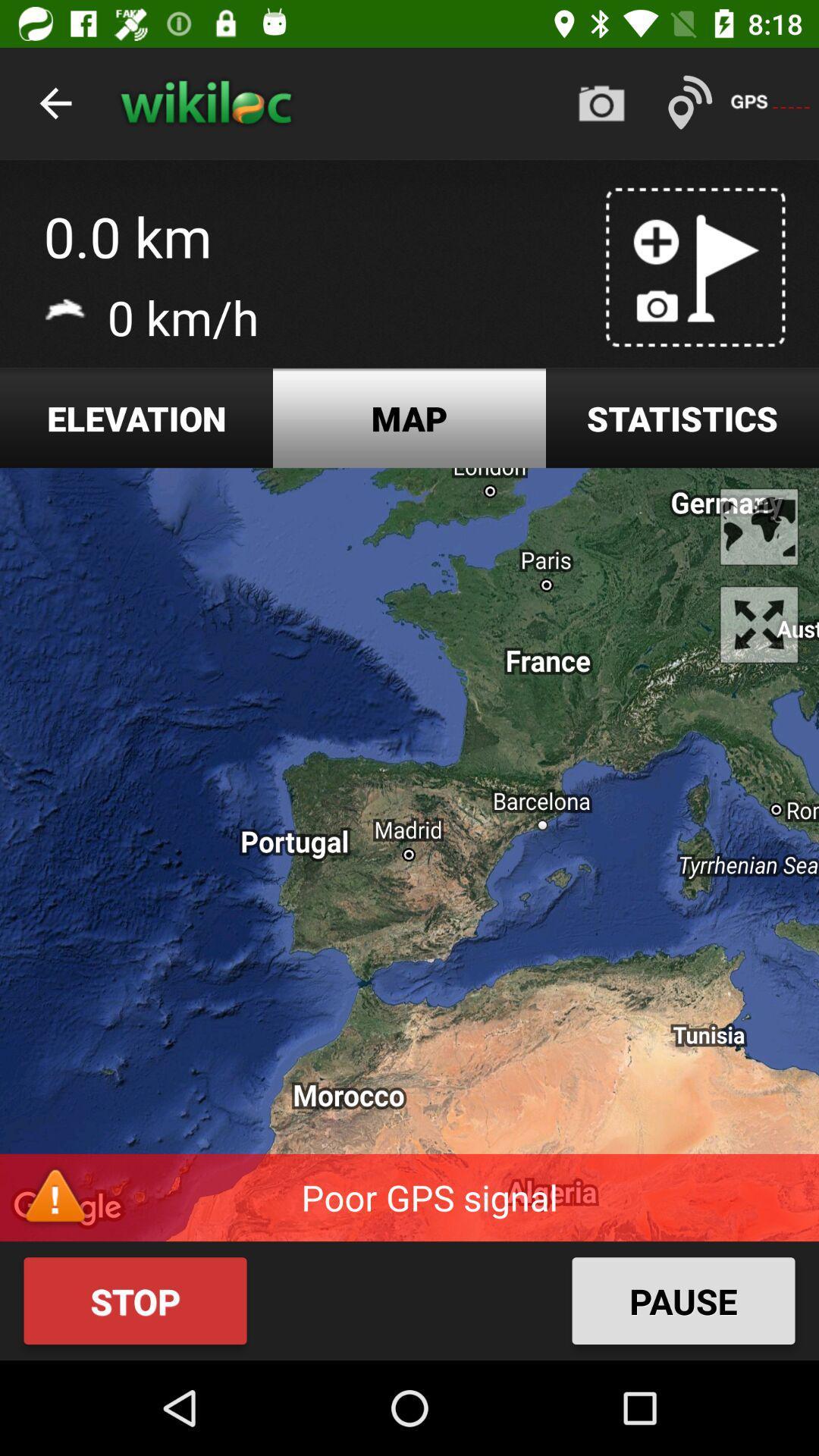  Describe the element at coordinates (136, 418) in the screenshot. I see `the elevation item` at that location.